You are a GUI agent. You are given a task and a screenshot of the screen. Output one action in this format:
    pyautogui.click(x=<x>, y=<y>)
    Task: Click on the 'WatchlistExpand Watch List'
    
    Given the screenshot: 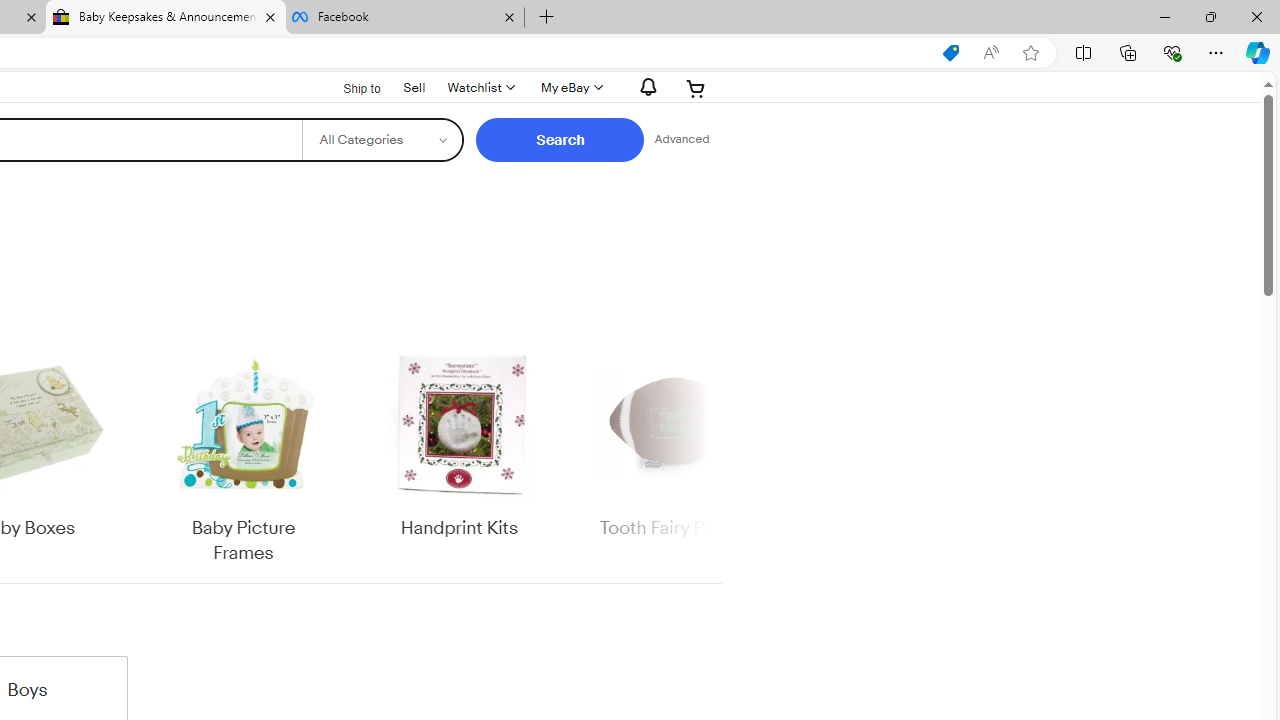 What is the action you would take?
    pyautogui.click(x=480, y=87)
    